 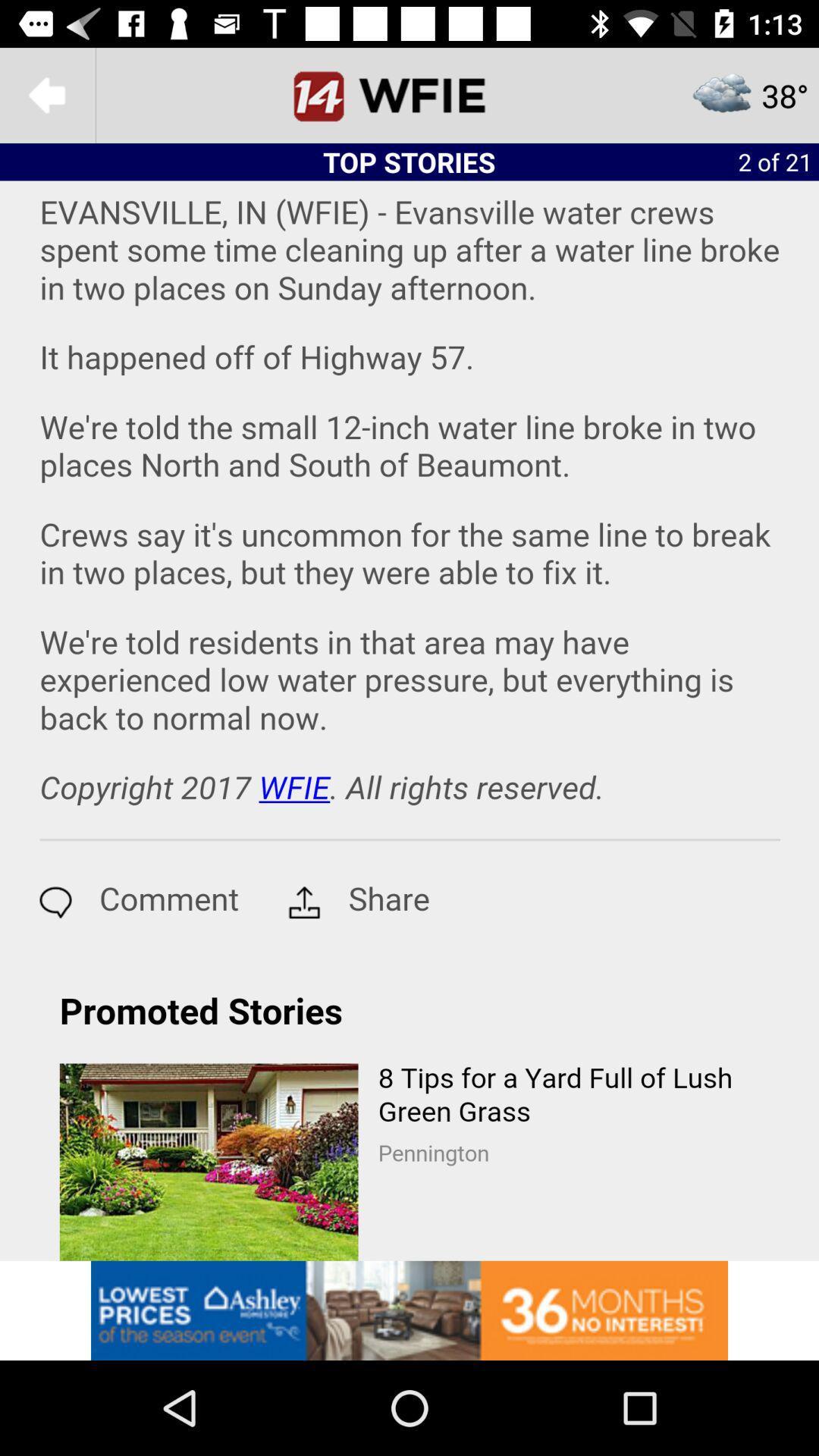 What do you see at coordinates (409, 94) in the screenshot?
I see `home page` at bounding box center [409, 94].